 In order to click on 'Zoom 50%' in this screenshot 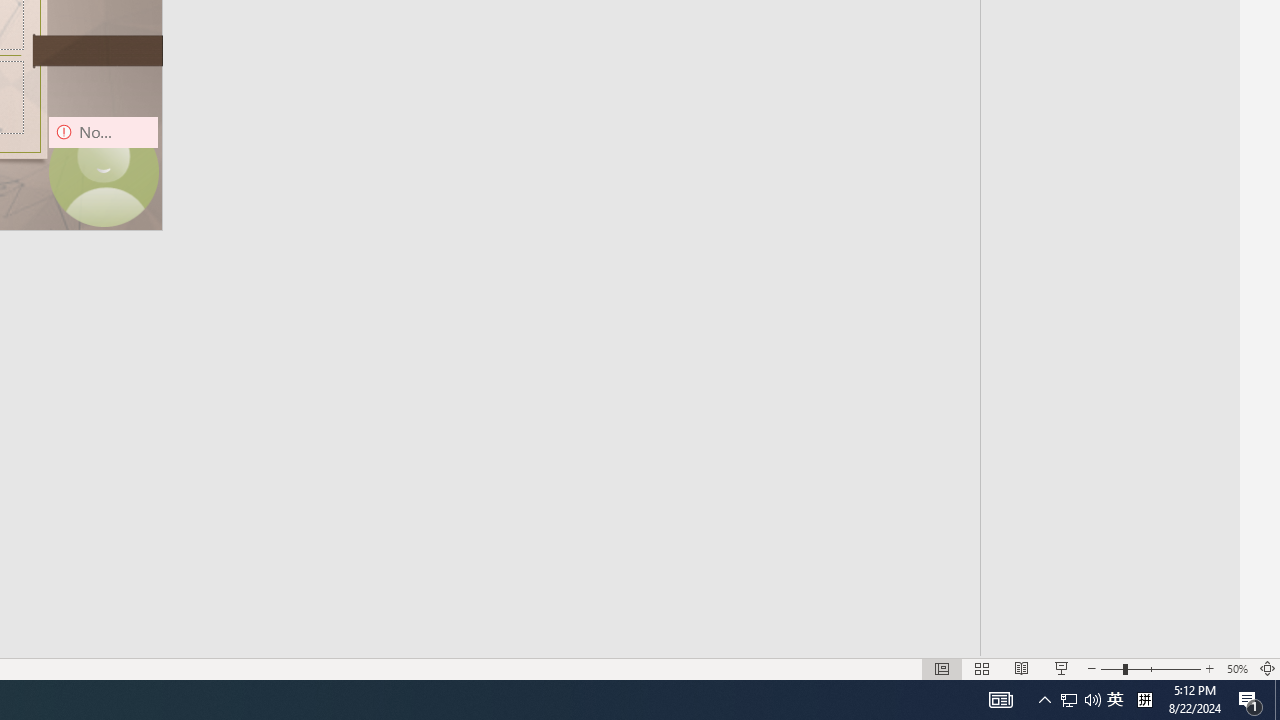, I will do `click(1236, 669)`.